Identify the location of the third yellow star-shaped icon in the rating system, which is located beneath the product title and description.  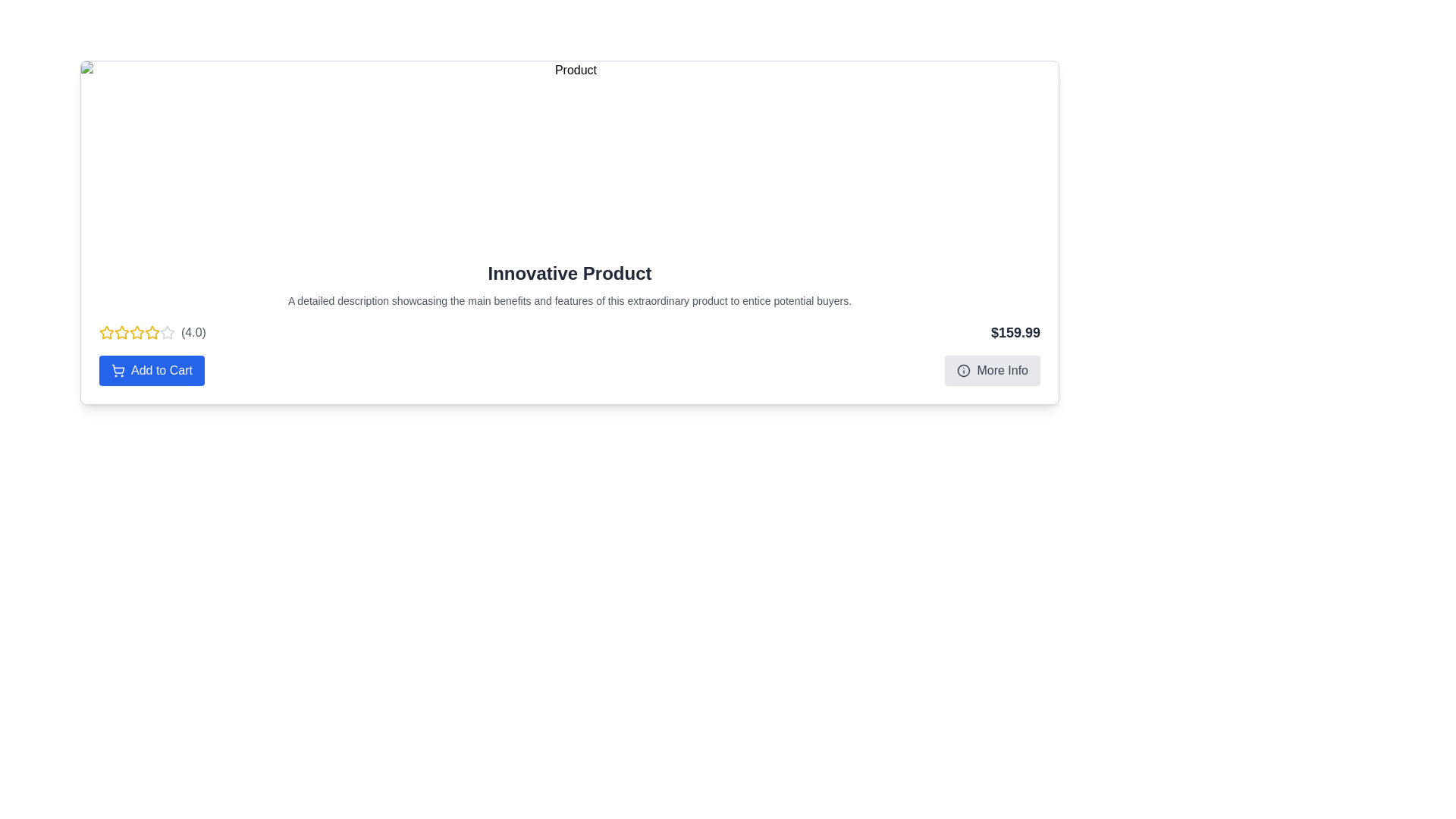
(122, 332).